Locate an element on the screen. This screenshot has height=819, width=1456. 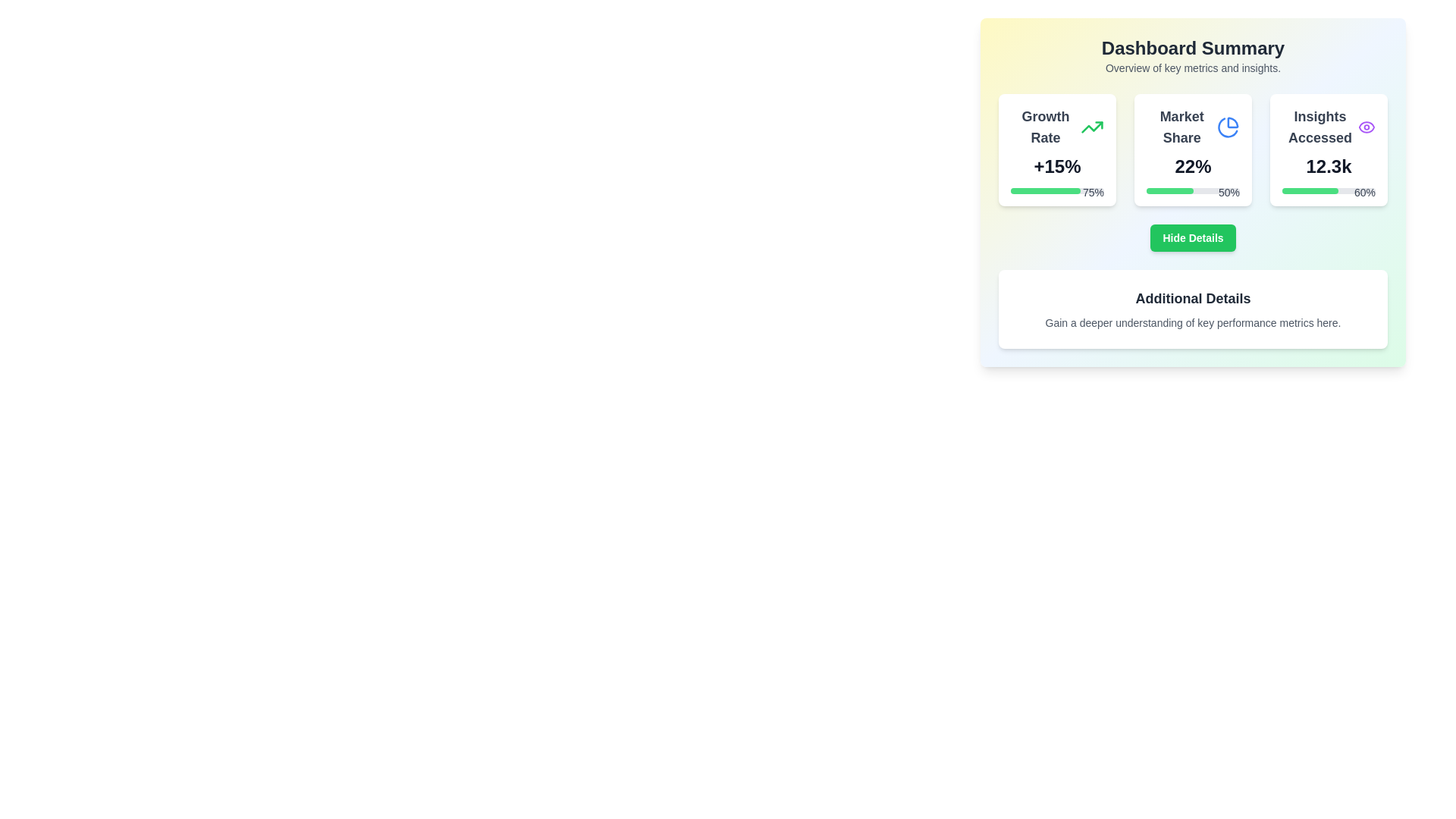
the green upward trending arrow within the 'Growth Rate' card on the dashboard, located in the top left area of the card is located at coordinates (1092, 127).